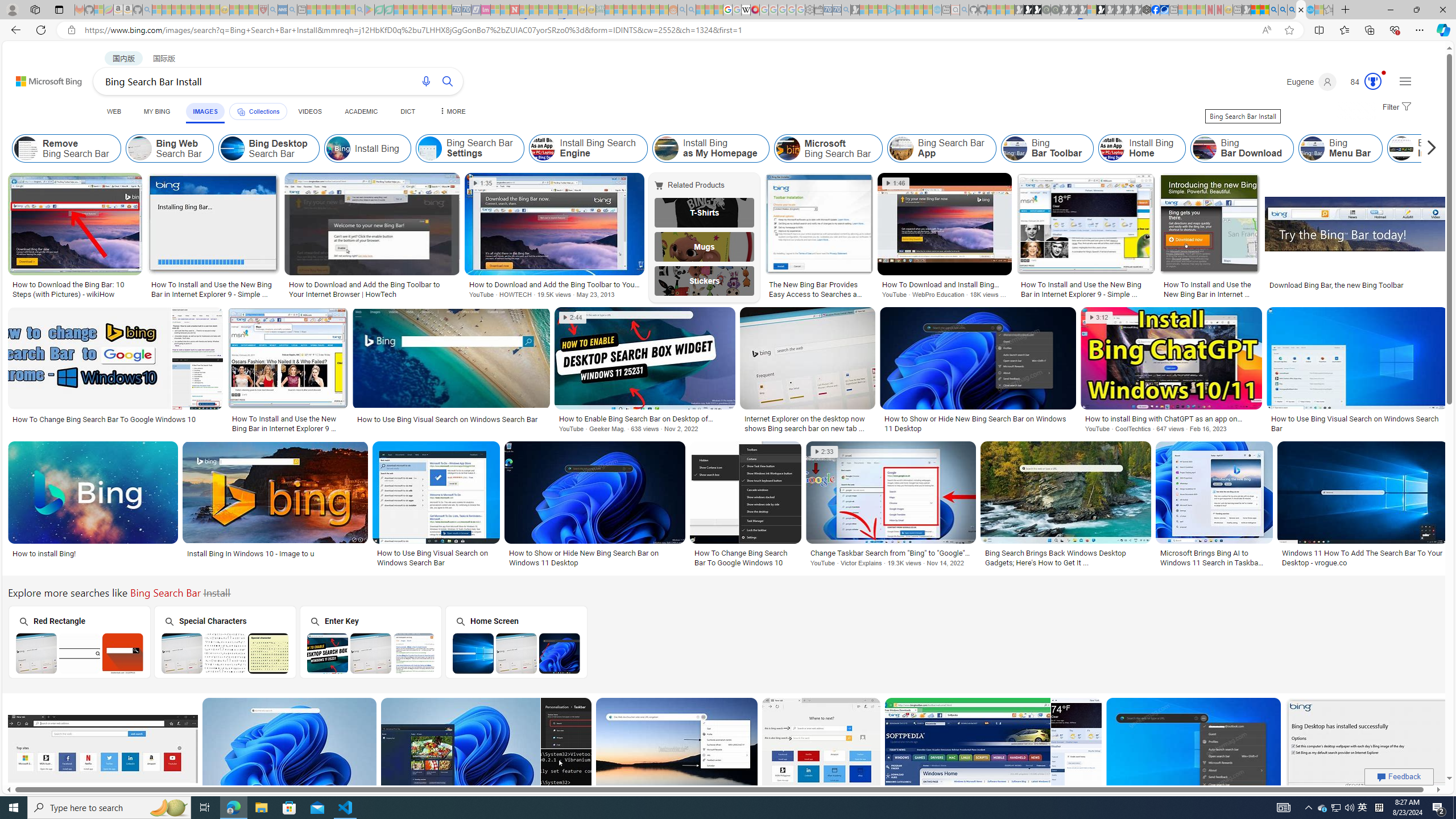  What do you see at coordinates (1090, 9) in the screenshot?
I see `'Sign in to your account - Sleeping'` at bounding box center [1090, 9].